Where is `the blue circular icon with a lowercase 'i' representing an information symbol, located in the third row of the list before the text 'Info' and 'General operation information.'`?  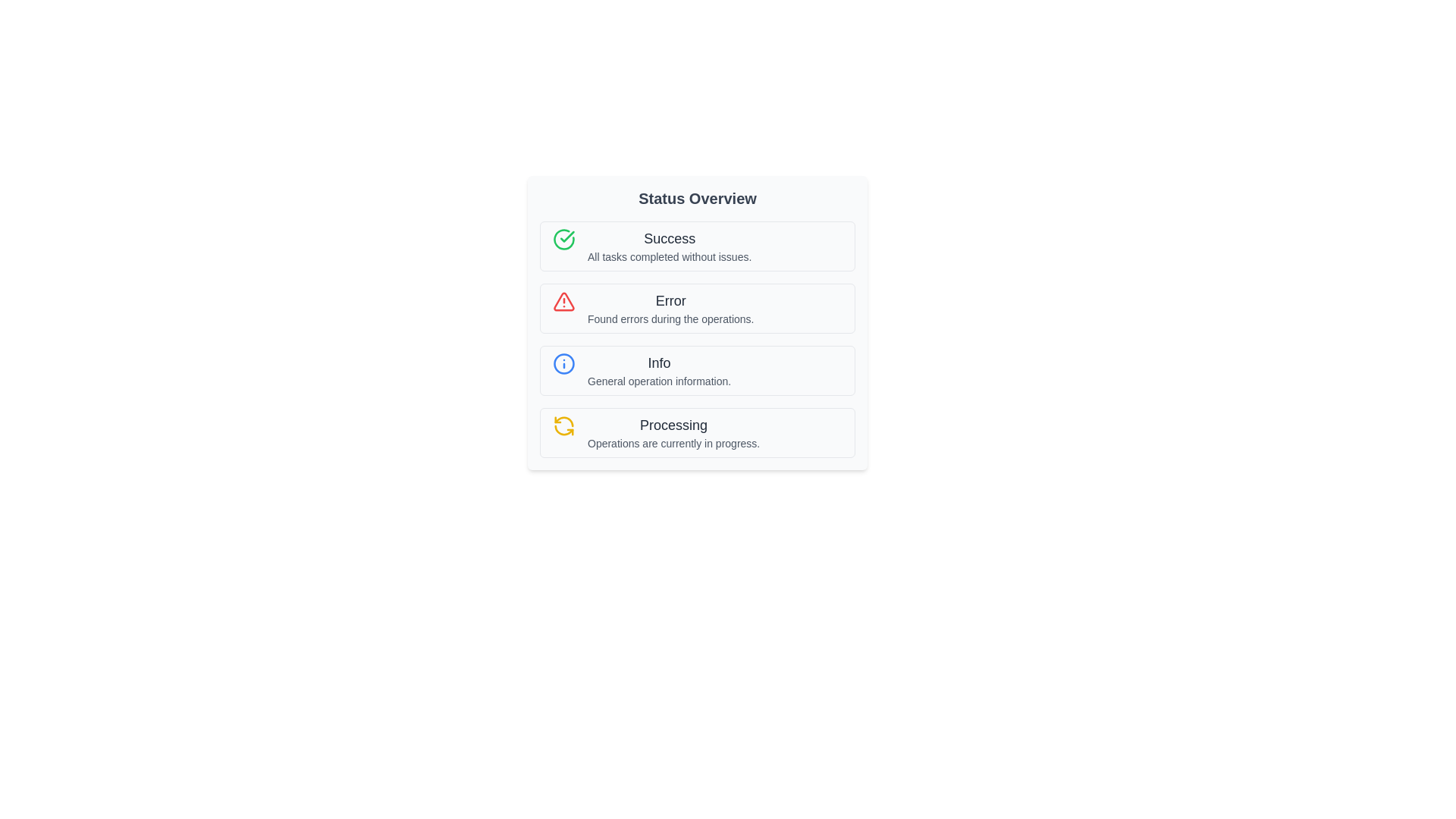
the blue circular icon with a lowercase 'i' representing an information symbol, located in the third row of the list before the text 'Info' and 'General operation information.' is located at coordinates (563, 363).